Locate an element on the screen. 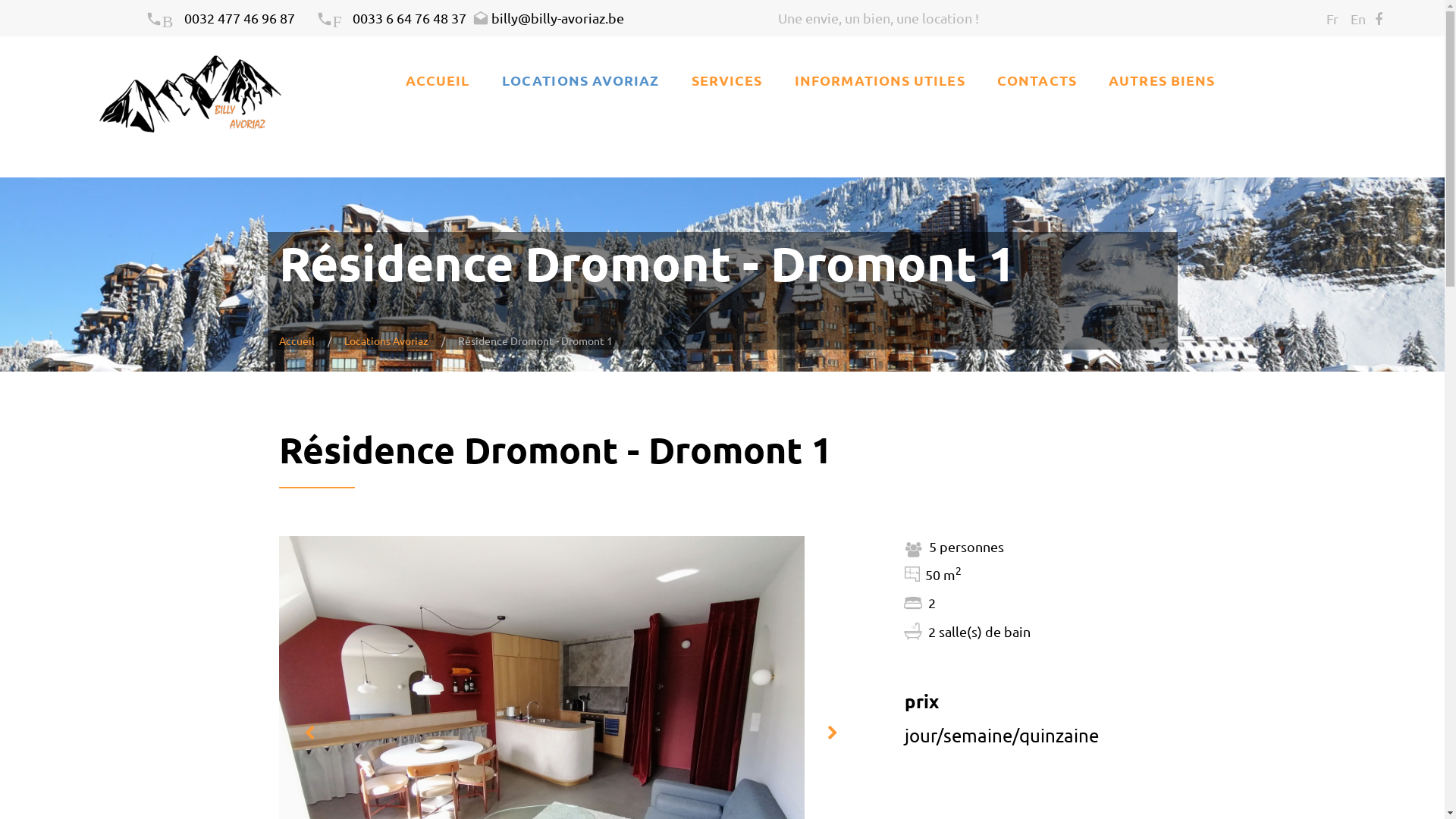 This screenshot has height=819, width=1456. '0033 6 64 76 48 37' is located at coordinates (409, 17).